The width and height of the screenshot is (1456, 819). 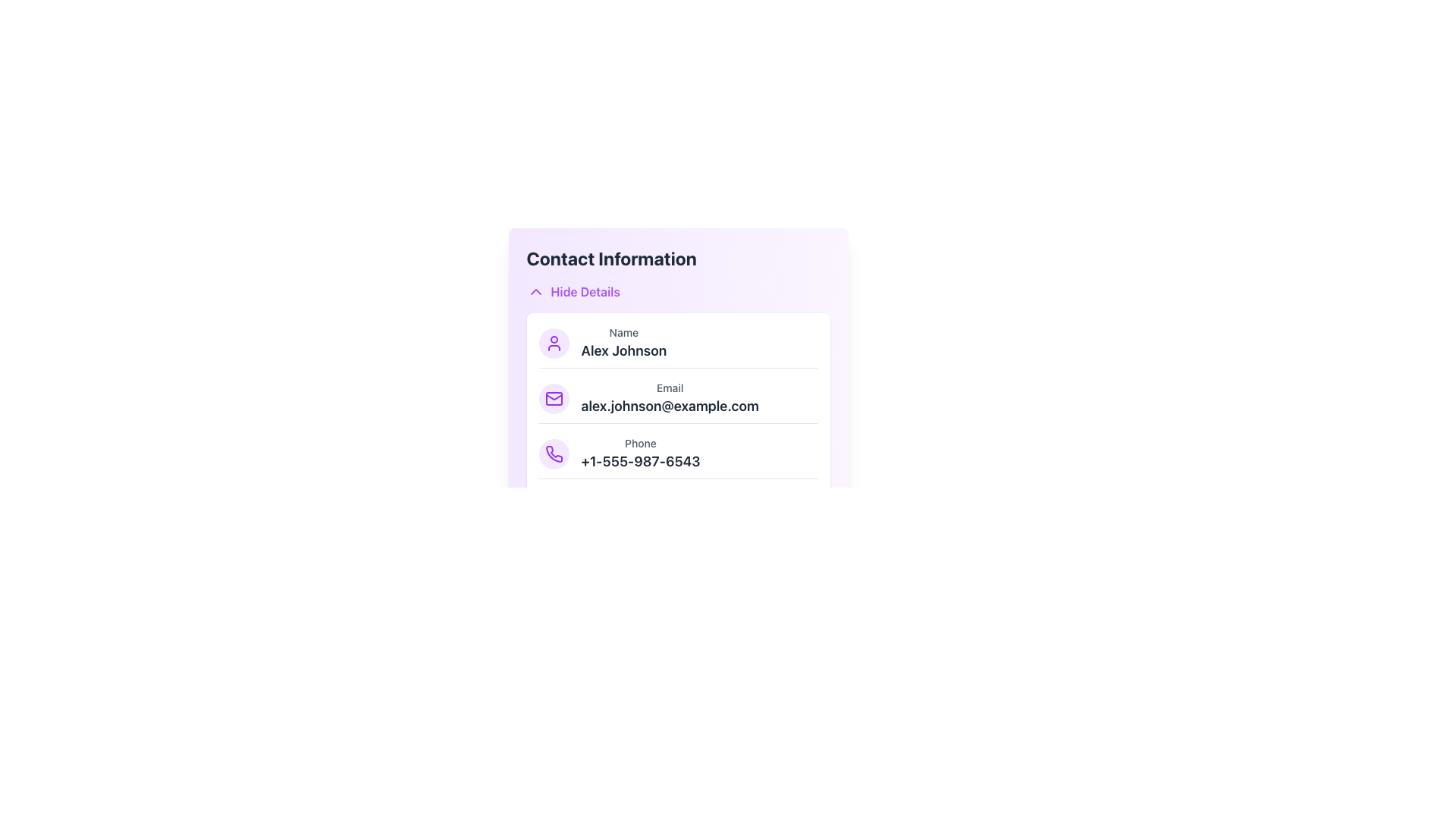 I want to click on the clickable section labeled 'Hide Details' by clicking the upward-pointing chevron icon styled in purple, which is located to the left of the label, so click(x=535, y=292).